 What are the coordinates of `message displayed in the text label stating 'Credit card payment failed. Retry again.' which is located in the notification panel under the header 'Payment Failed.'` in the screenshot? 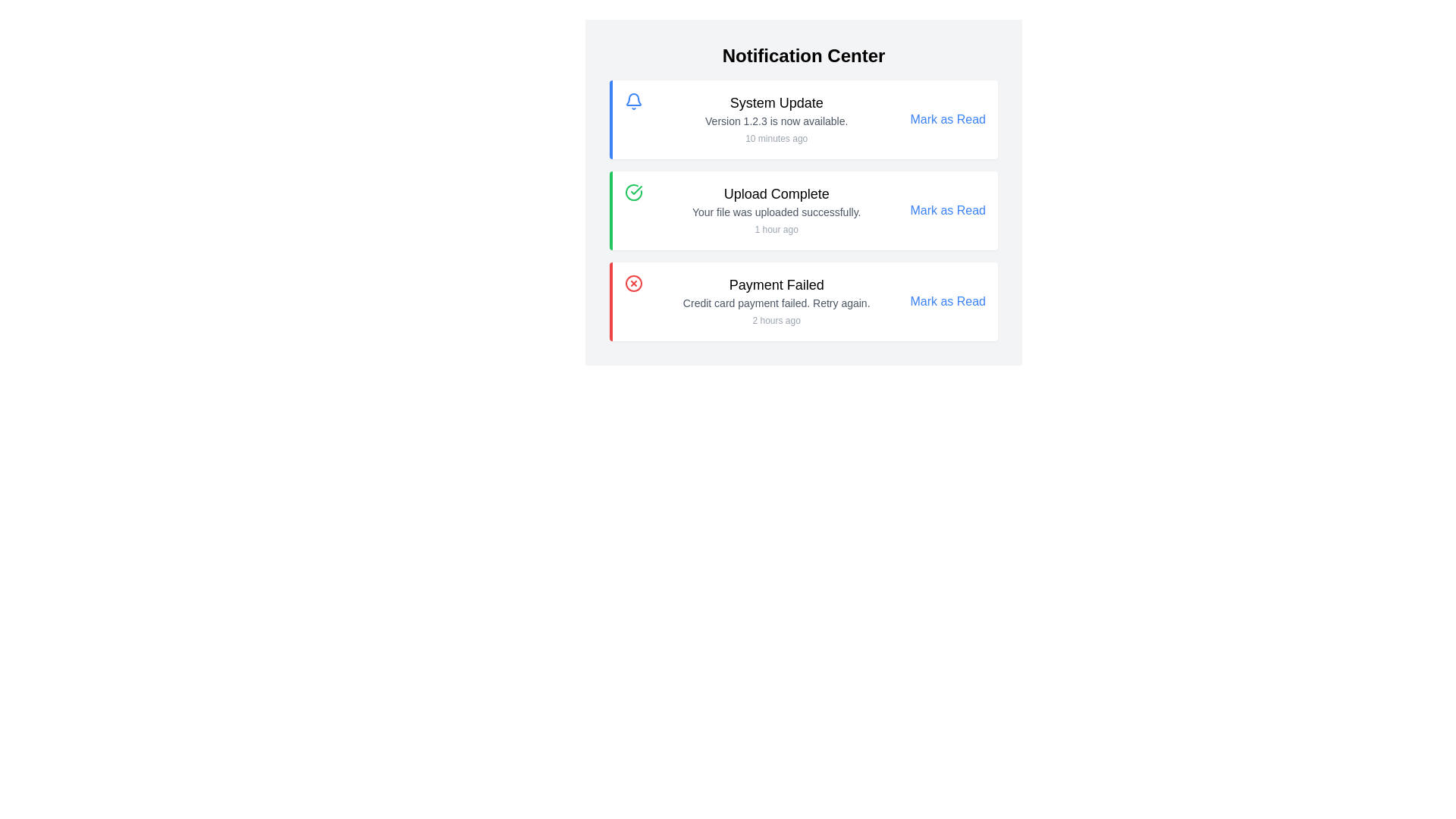 It's located at (777, 303).